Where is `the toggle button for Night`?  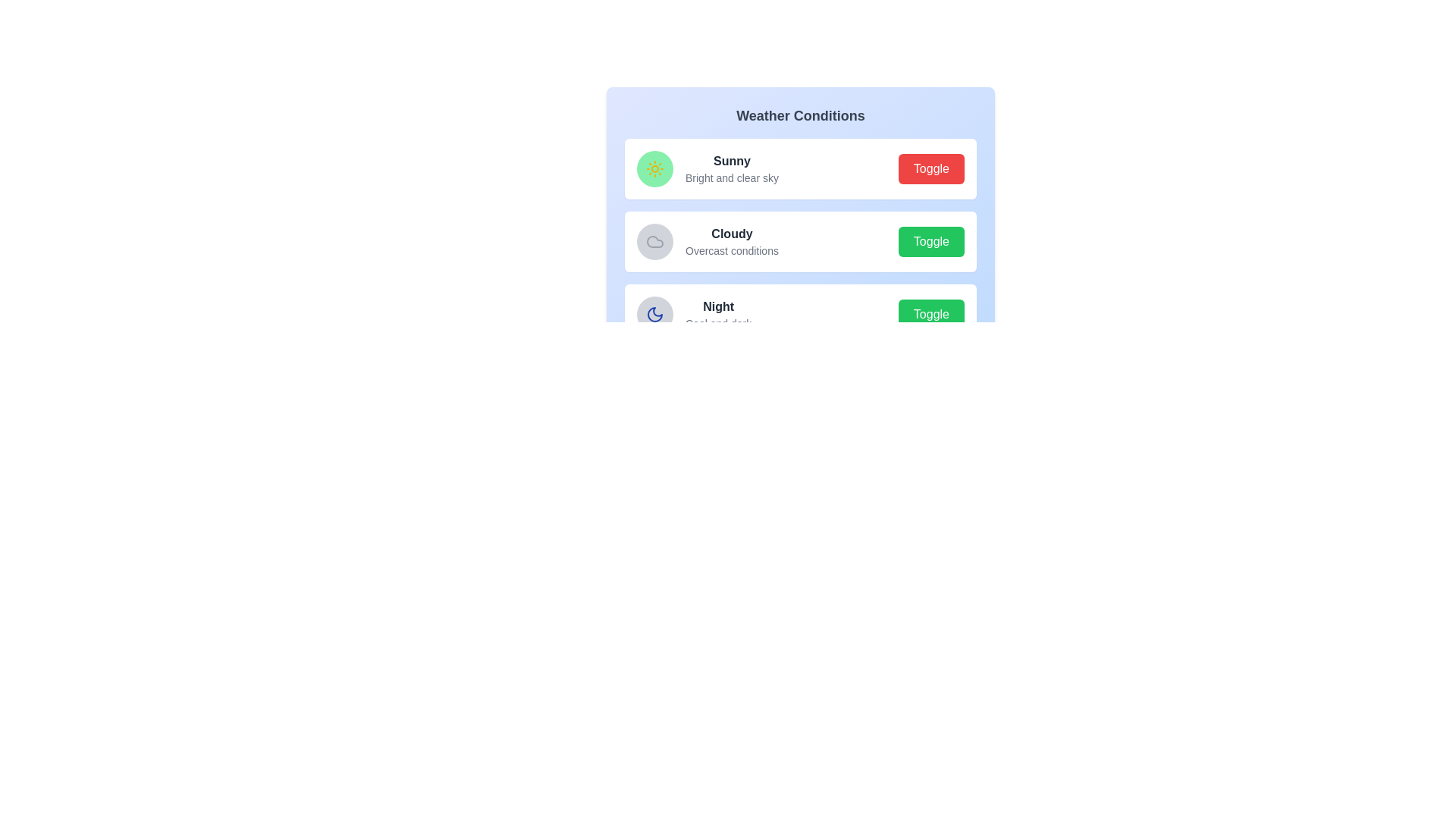
the toggle button for Night is located at coordinates (930, 314).